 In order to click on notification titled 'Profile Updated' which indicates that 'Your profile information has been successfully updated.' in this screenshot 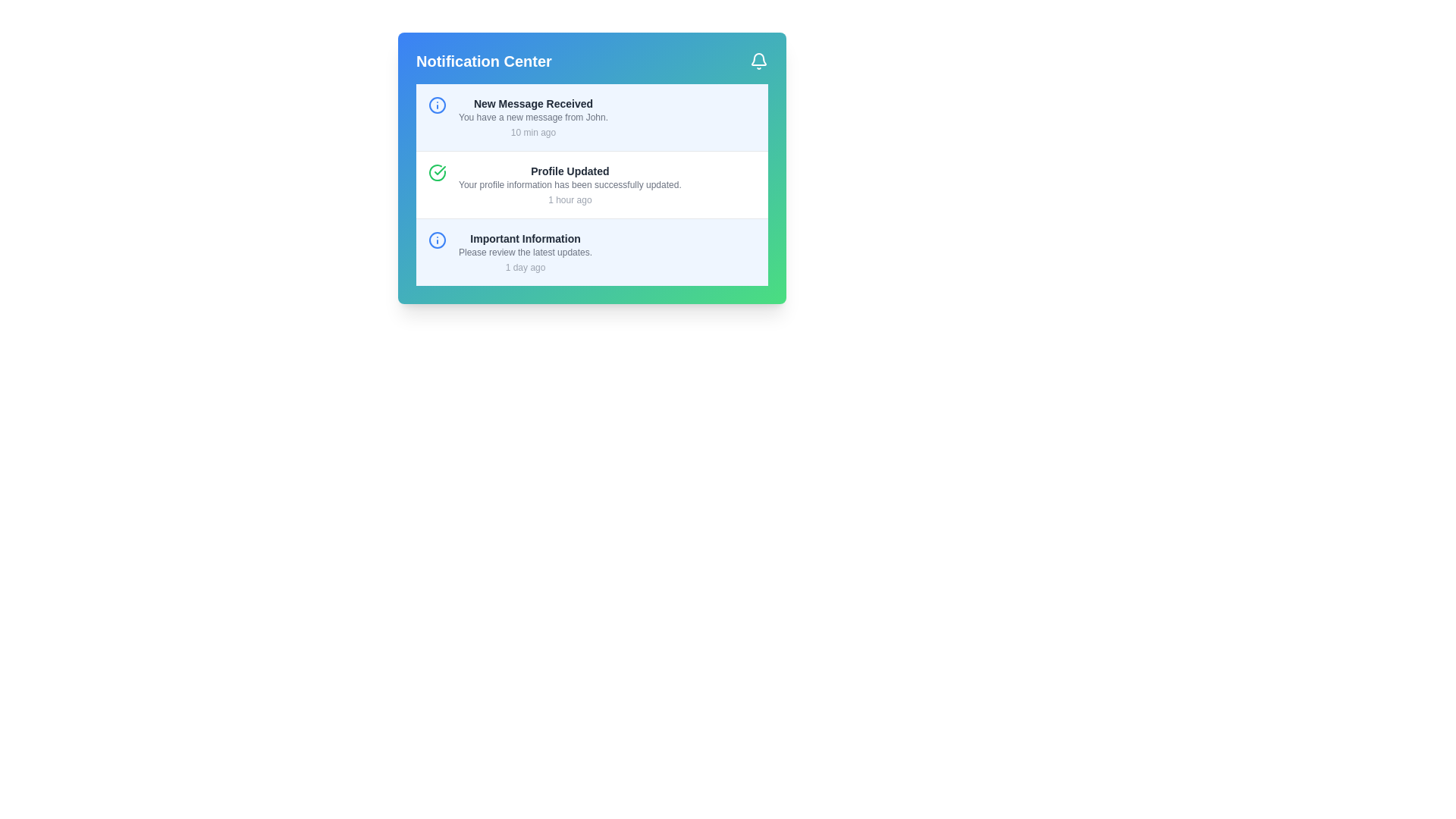, I will do `click(591, 184)`.